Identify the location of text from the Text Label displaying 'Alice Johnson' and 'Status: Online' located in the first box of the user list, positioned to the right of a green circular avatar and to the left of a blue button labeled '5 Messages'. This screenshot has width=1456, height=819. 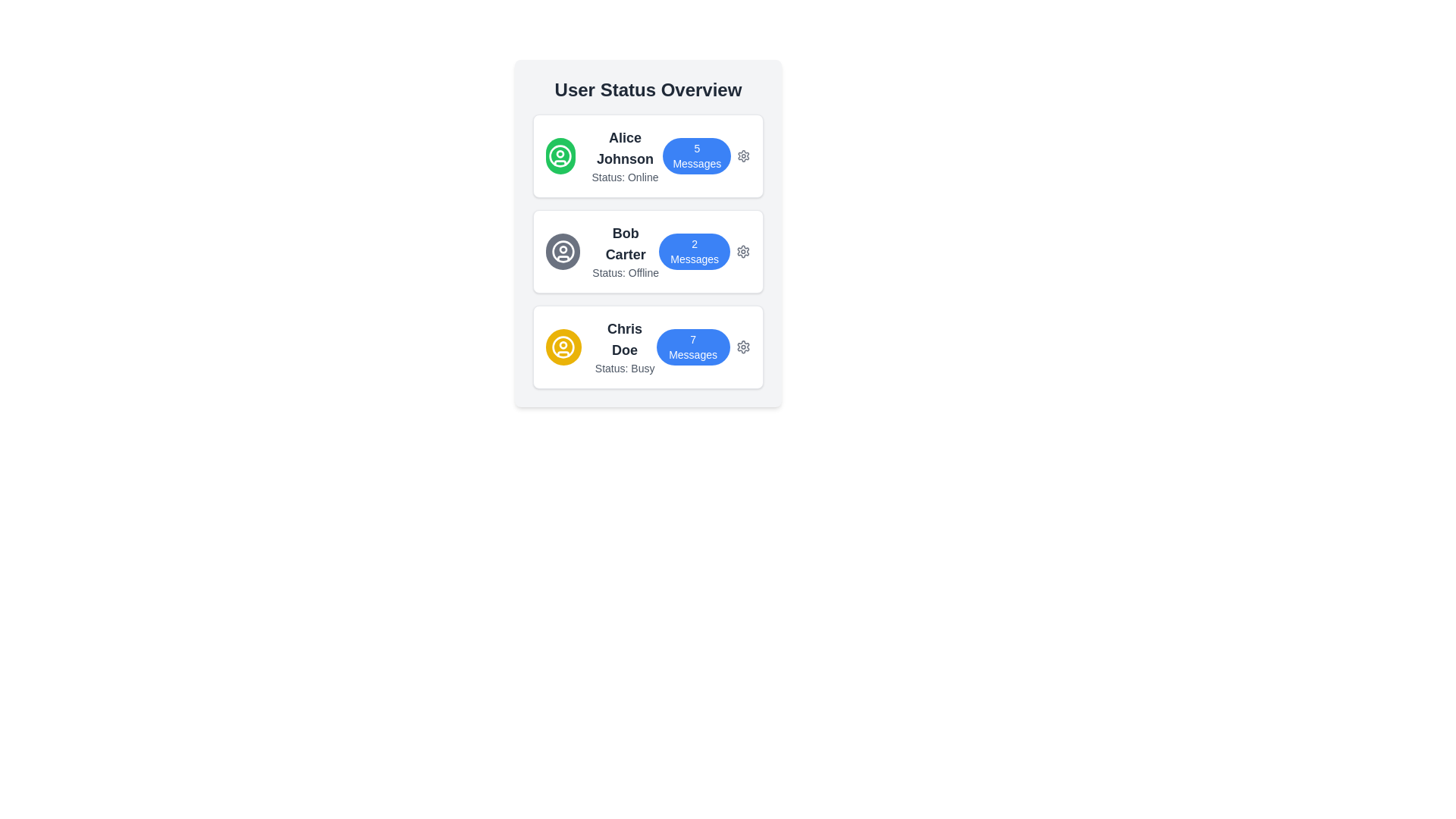
(625, 155).